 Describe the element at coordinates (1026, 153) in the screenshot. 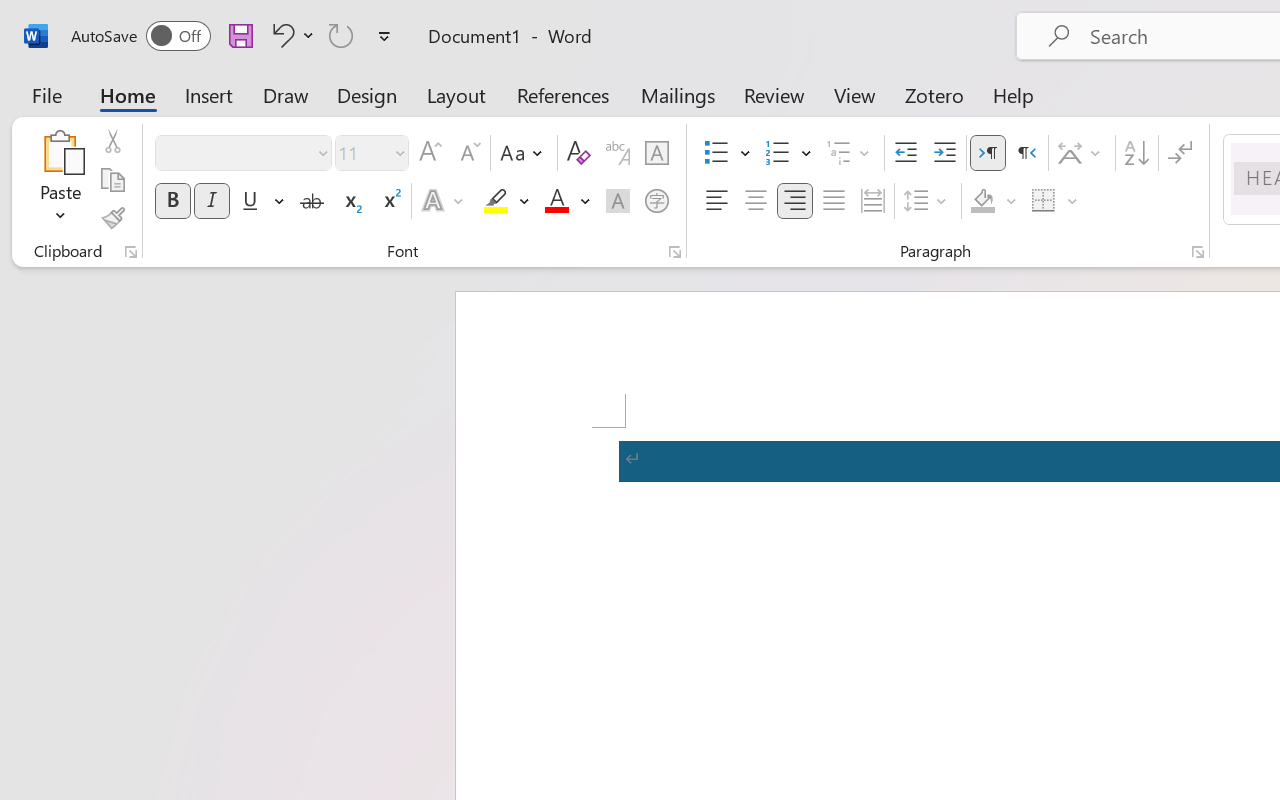

I see `'Right-to-Left'` at that location.